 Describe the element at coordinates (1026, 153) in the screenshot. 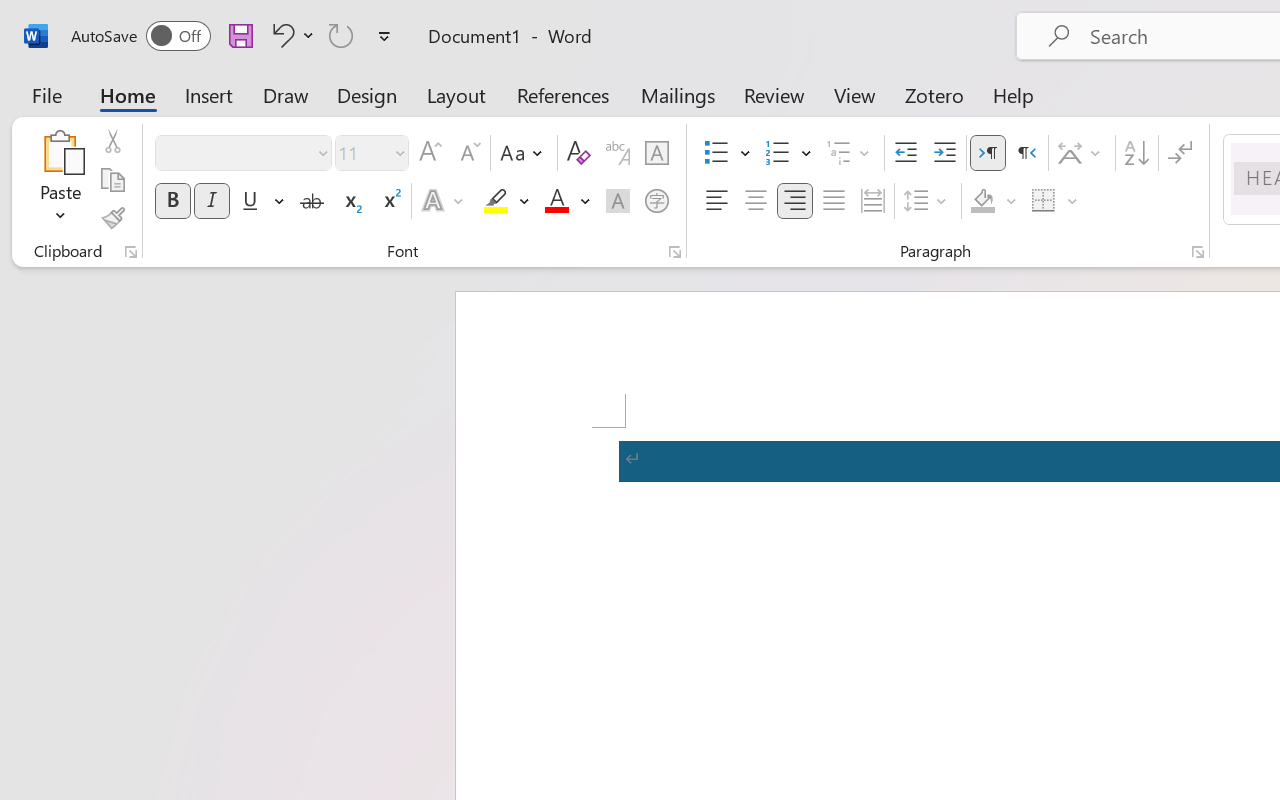

I see `'Right-to-Left'` at that location.